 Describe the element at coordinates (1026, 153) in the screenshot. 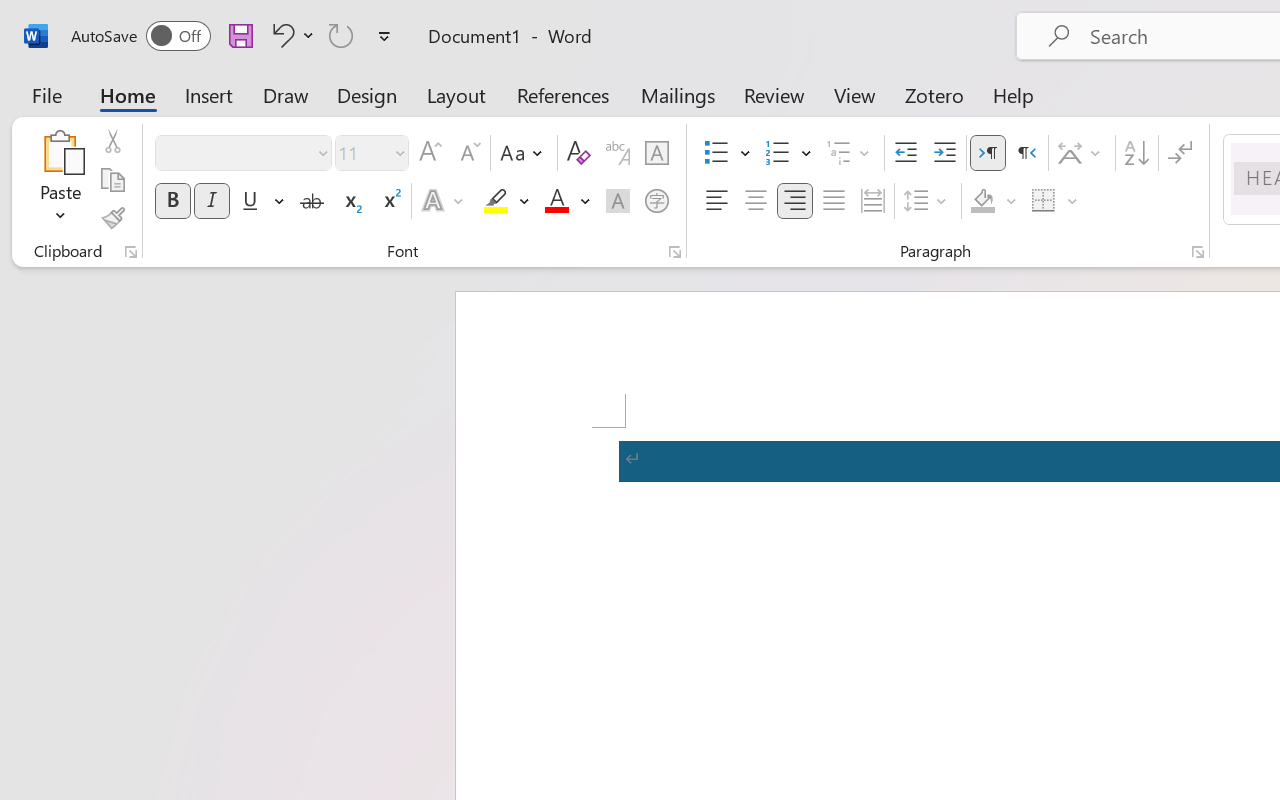

I see `'Right-to-Left'` at that location.